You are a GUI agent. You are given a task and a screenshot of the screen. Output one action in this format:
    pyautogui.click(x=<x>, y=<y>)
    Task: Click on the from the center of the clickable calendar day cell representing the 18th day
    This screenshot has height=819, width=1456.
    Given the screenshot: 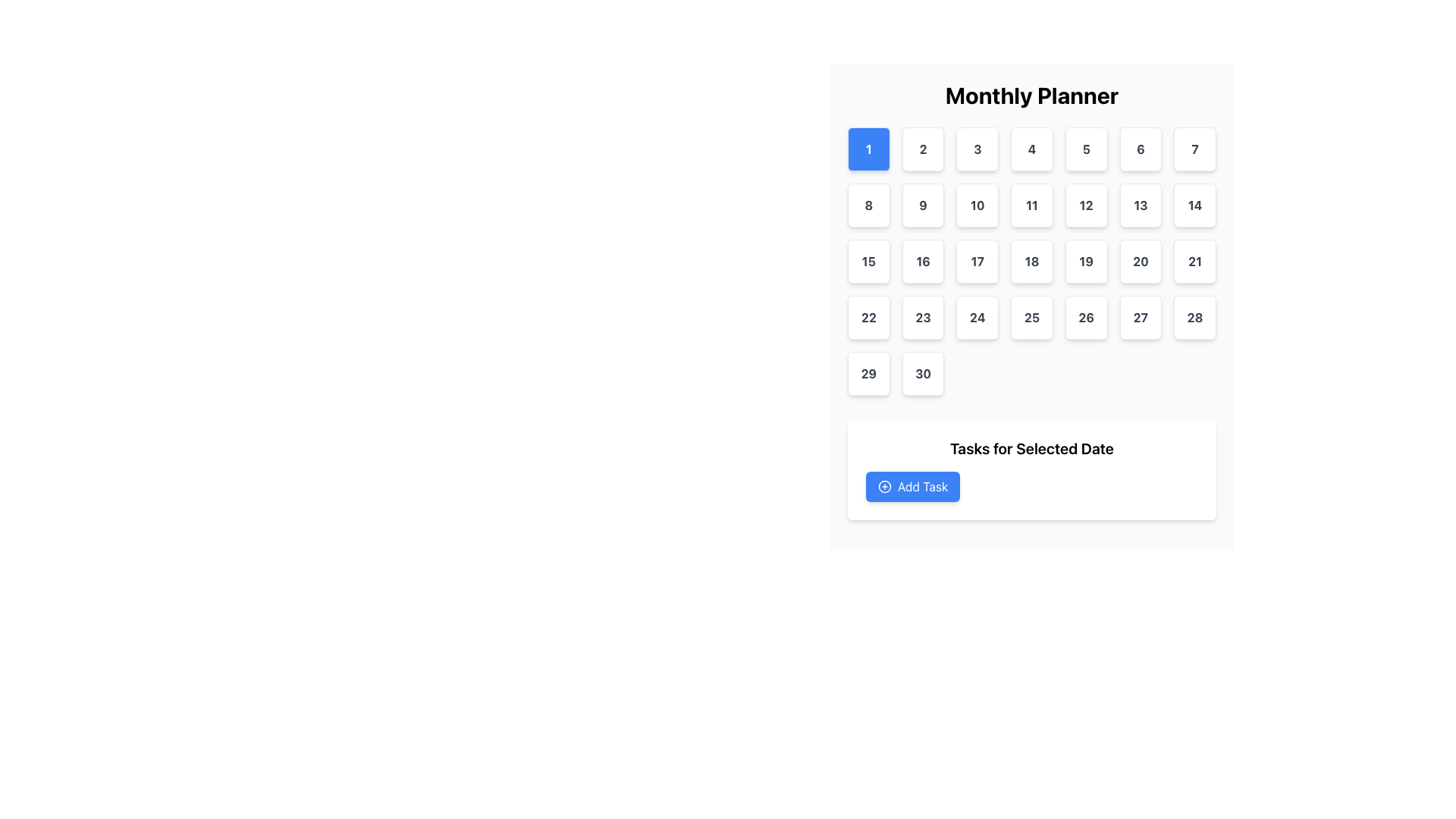 What is the action you would take?
    pyautogui.click(x=1031, y=260)
    